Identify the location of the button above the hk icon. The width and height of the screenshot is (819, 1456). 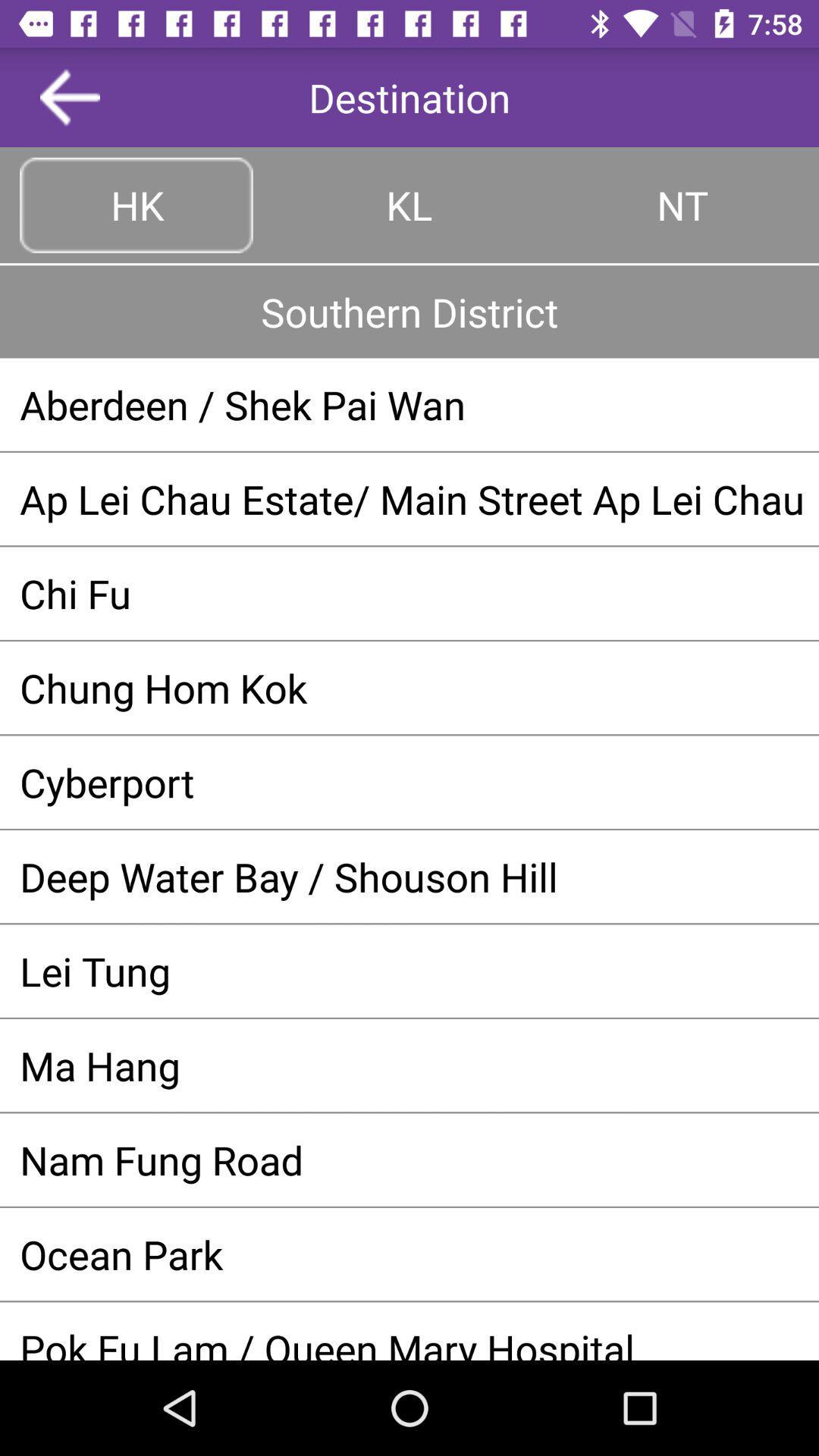
(70, 96).